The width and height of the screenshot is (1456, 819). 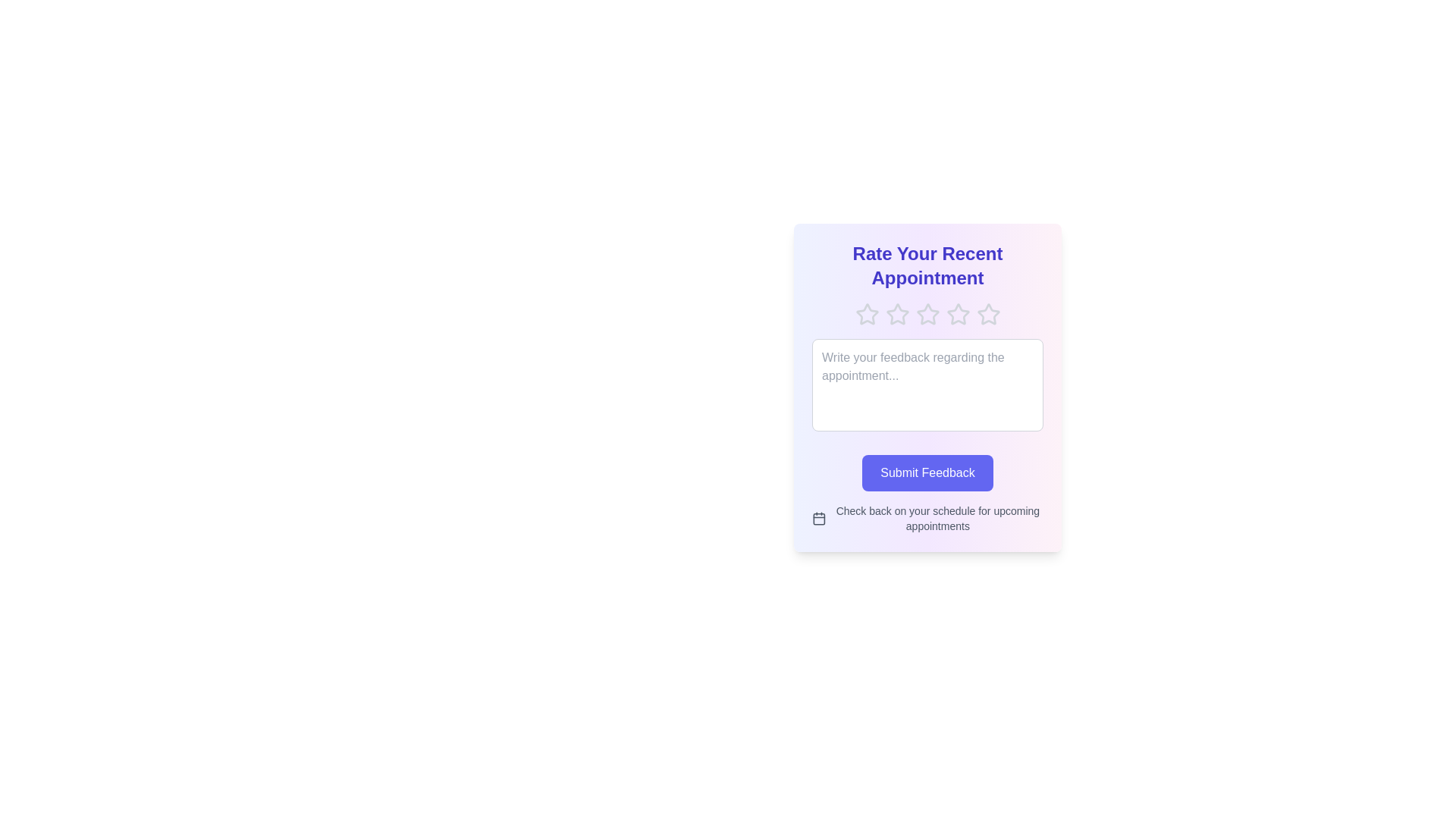 What do you see at coordinates (957, 314) in the screenshot?
I see `the star corresponding to 4 to preview the rating` at bounding box center [957, 314].